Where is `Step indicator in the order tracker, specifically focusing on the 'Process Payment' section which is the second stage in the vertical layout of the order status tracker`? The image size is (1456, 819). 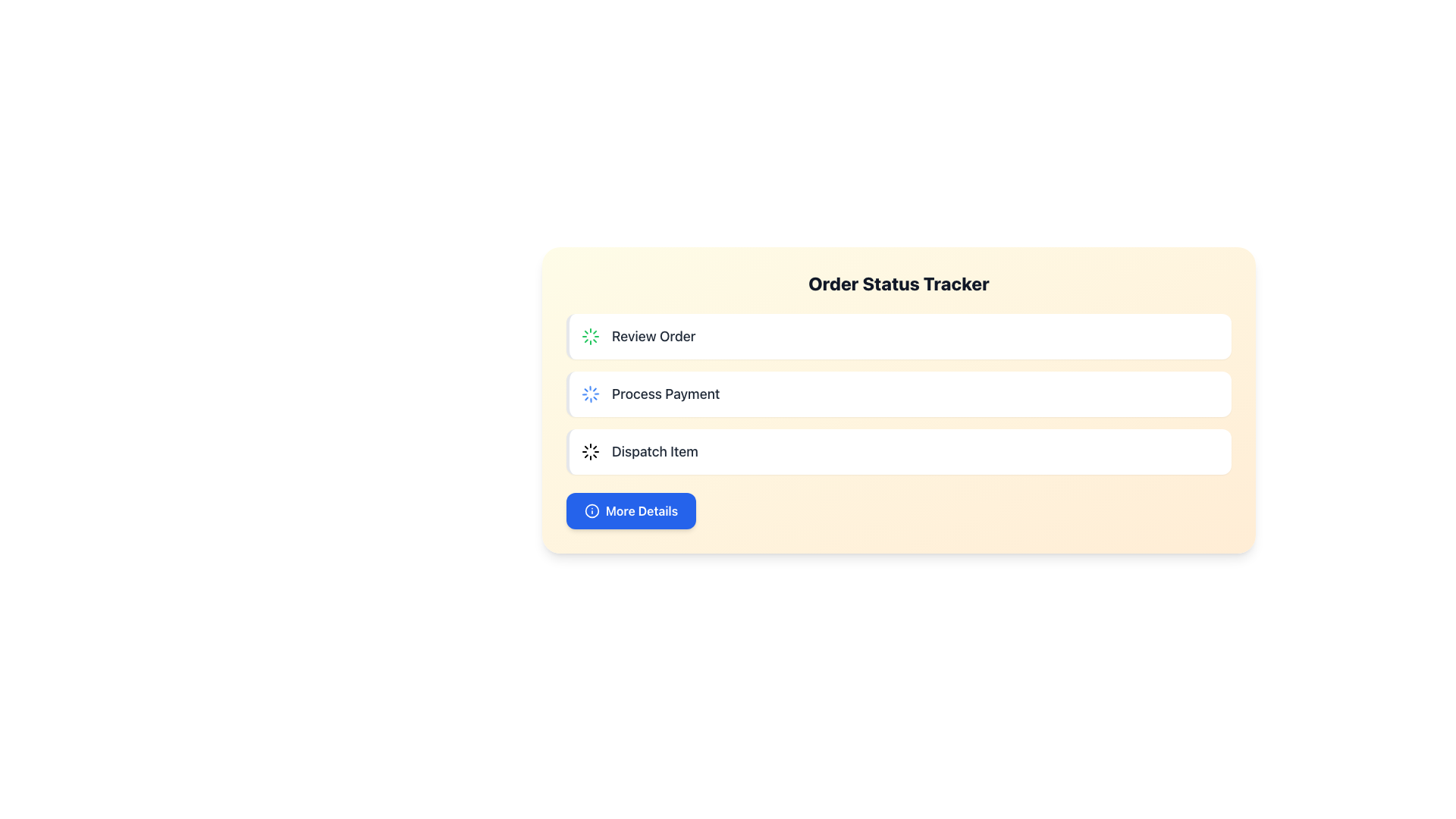 Step indicator in the order tracker, specifically focusing on the 'Process Payment' section which is the second stage in the vertical layout of the order status tracker is located at coordinates (899, 400).